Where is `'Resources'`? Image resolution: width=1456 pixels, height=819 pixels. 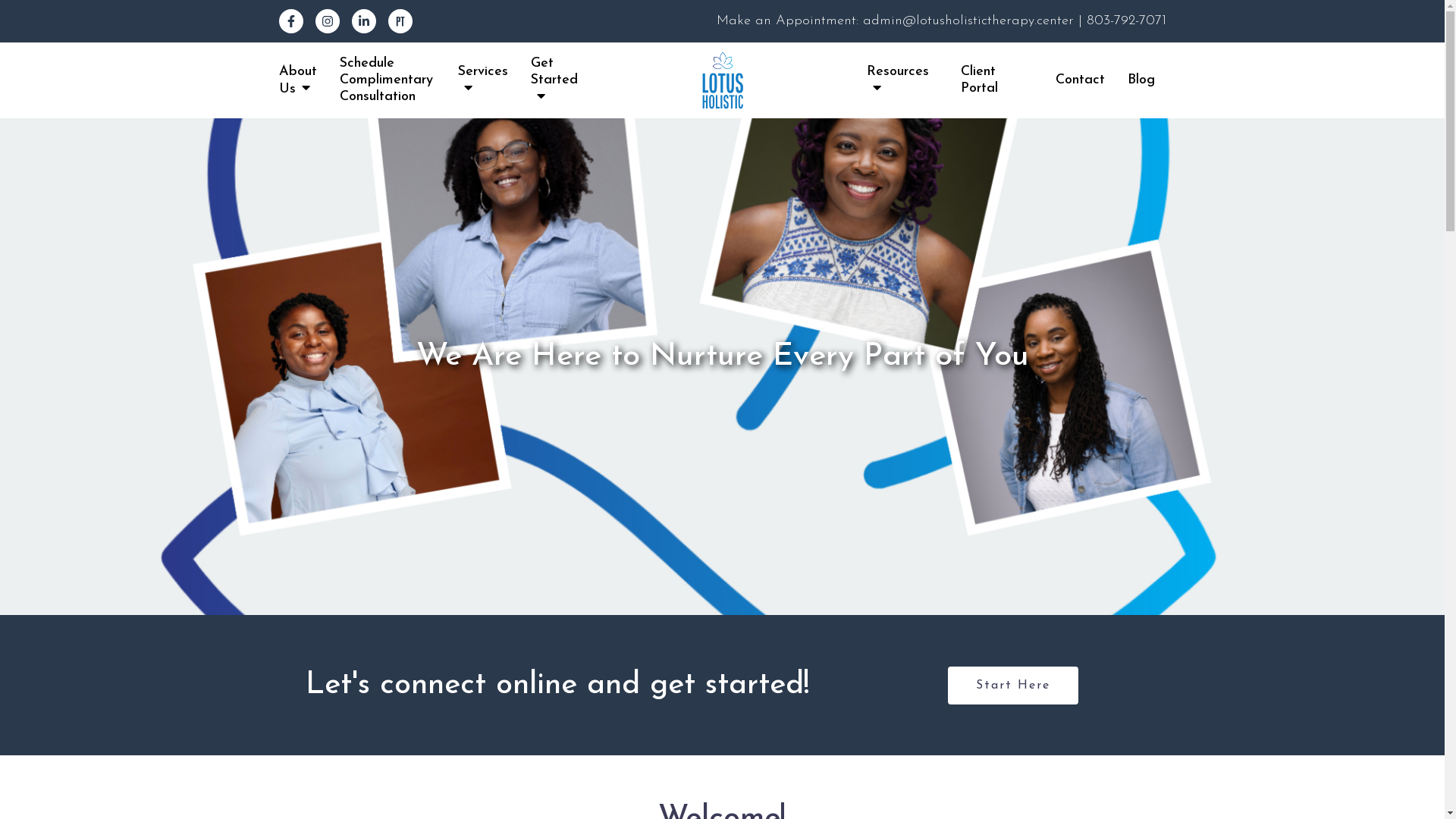 'Resources' is located at coordinates (902, 80).